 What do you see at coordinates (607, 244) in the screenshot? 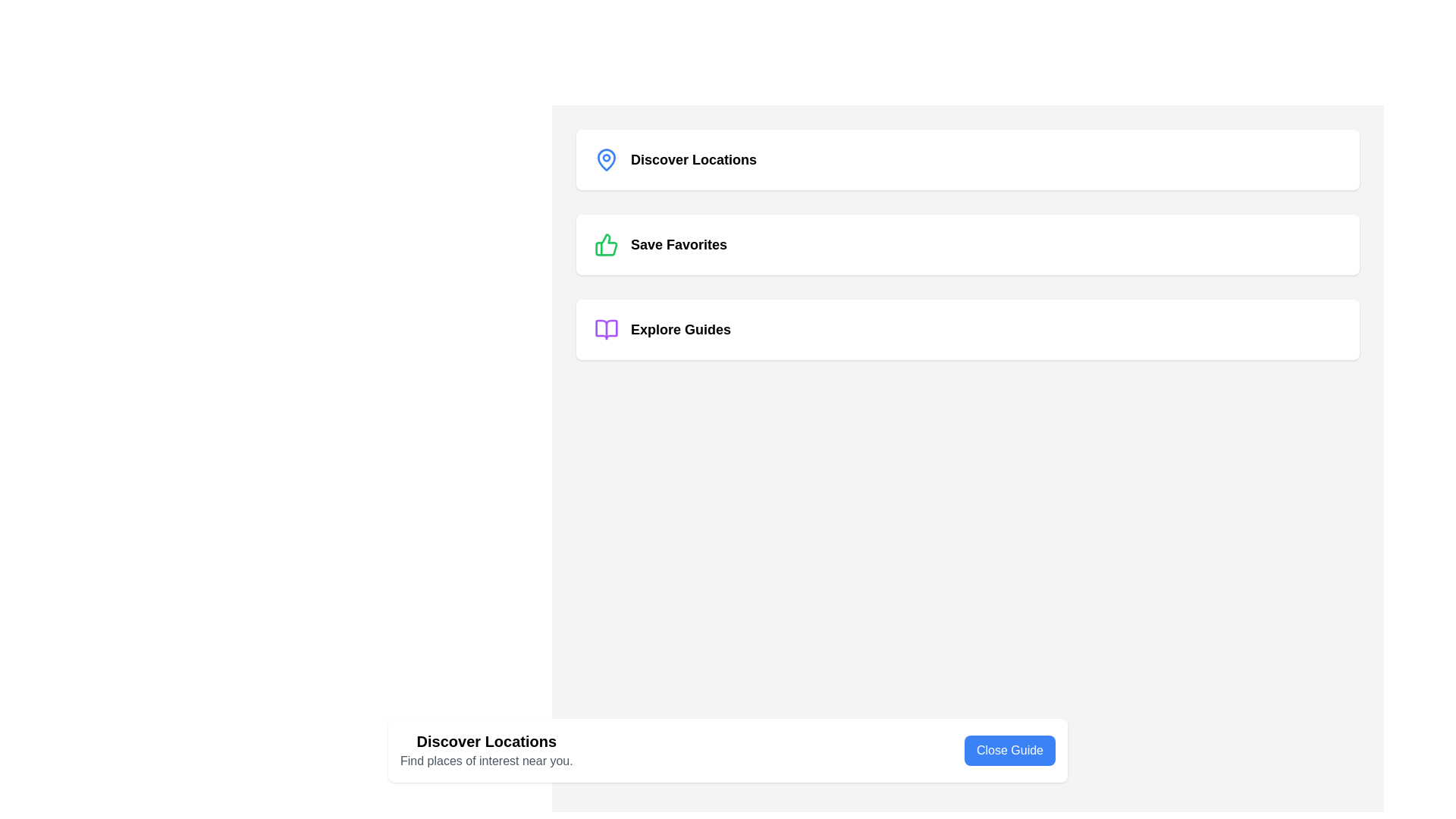
I see `the 'Save Favorites' icon, which is the leftmost element in the 'Save Favorites' card, visually indicating the action of saving favorites` at bounding box center [607, 244].